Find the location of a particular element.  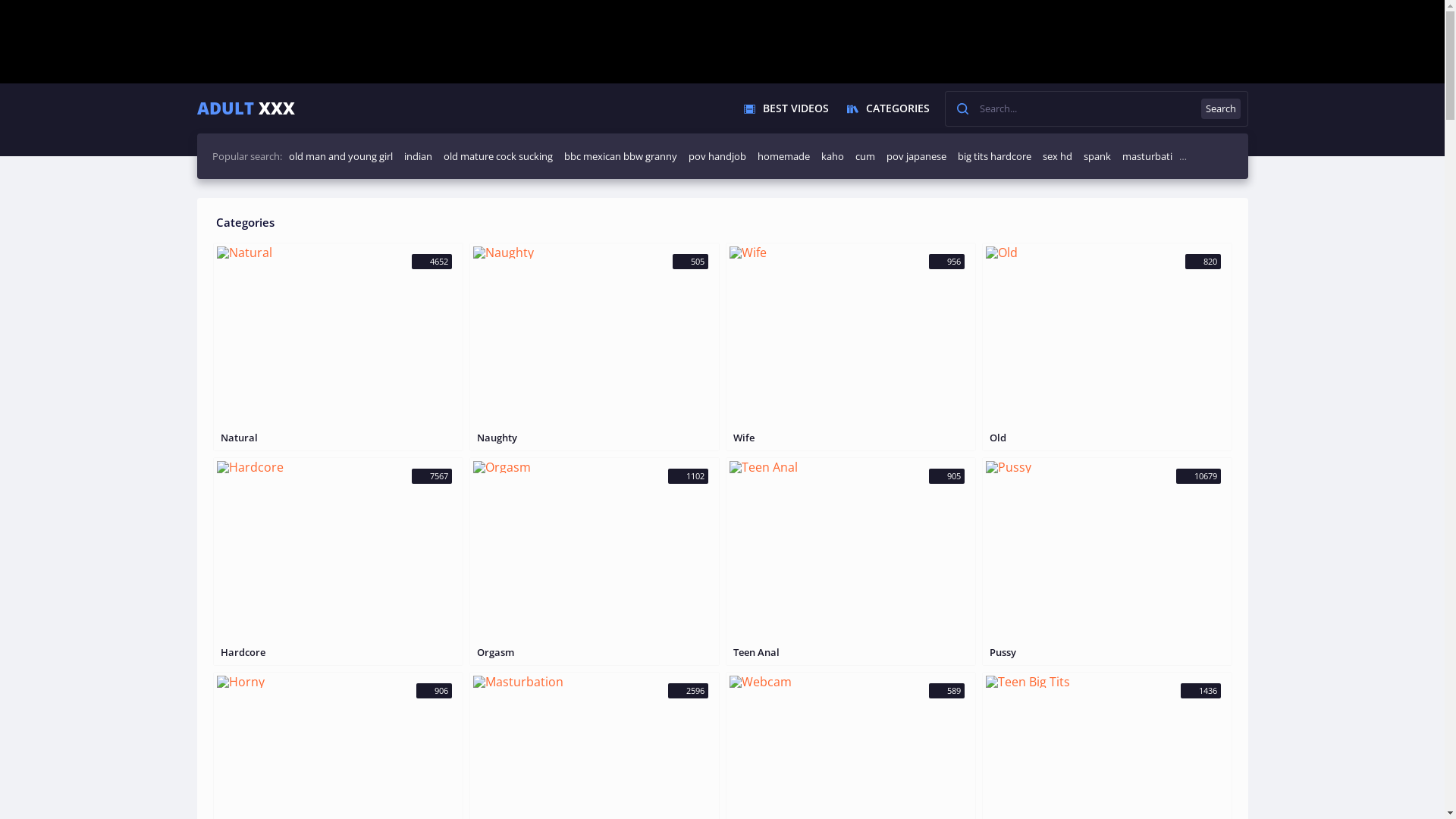

'pov japanese' is located at coordinates (915, 155).